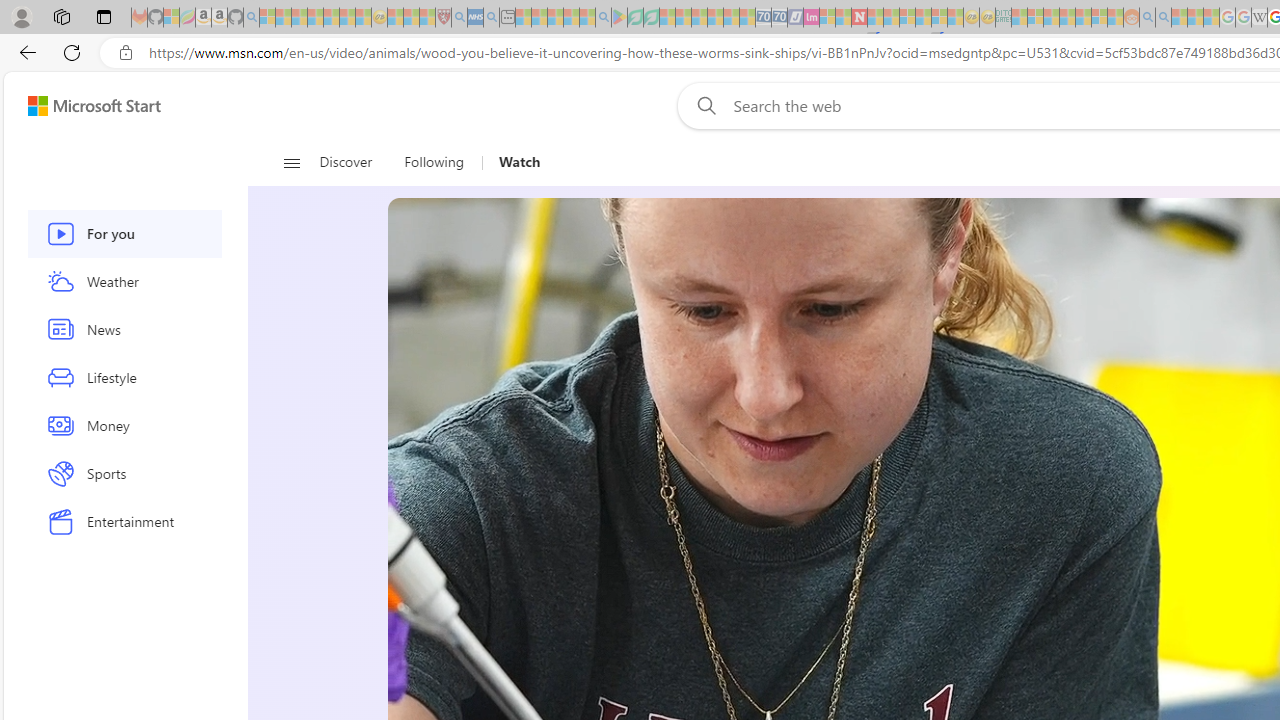  What do you see at coordinates (1258, 17) in the screenshot?
I see `'Target page - Wikipedia - Sleeping'` at bounding box center [1258, 17].